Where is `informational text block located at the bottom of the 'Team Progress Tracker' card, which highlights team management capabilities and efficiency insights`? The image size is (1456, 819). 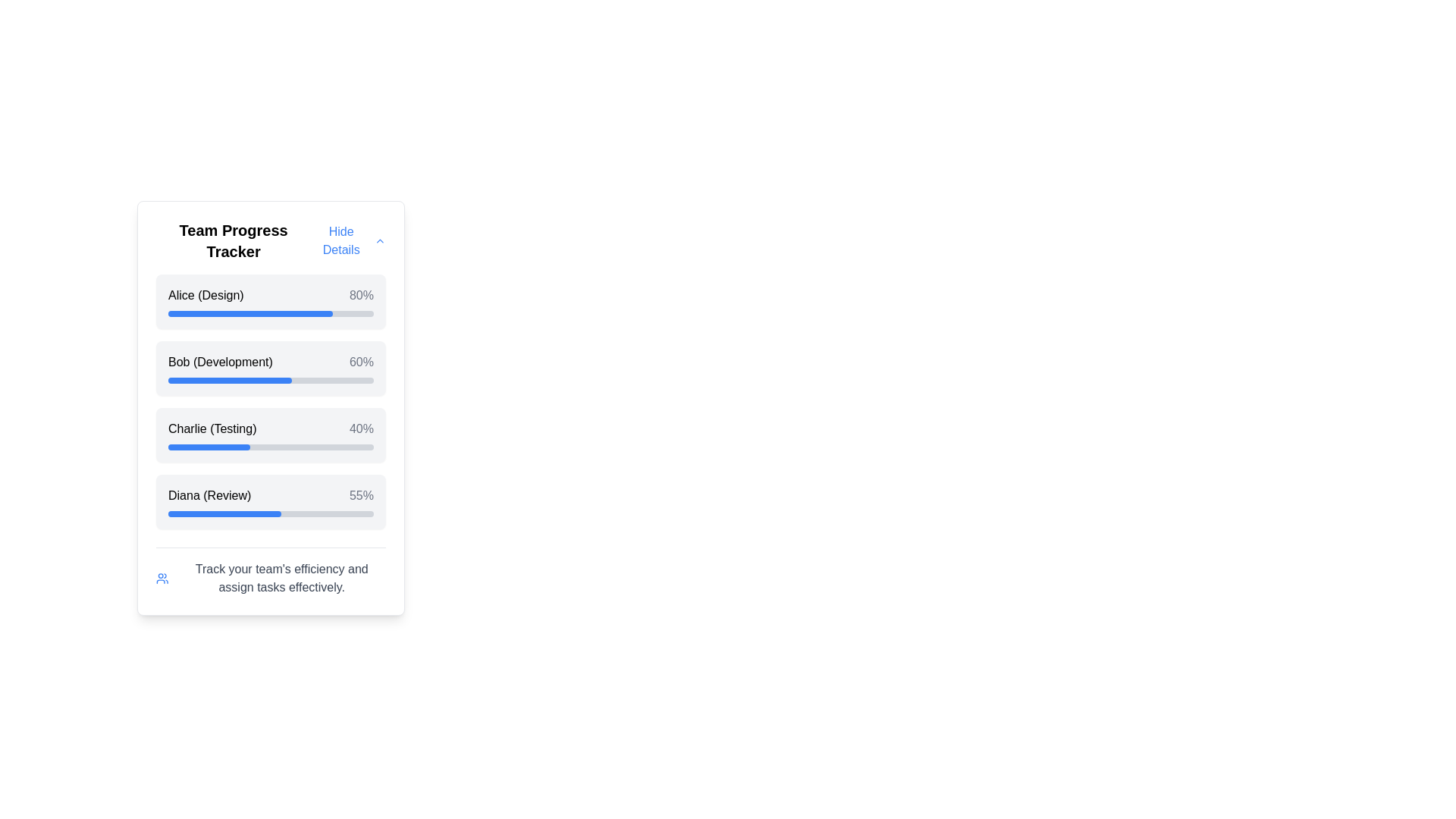 informational text block located at the bottom of the 'Team Progress Tracker' card, which highlights team management capabilities and efficiency insights is located at coordinates (271, 572).